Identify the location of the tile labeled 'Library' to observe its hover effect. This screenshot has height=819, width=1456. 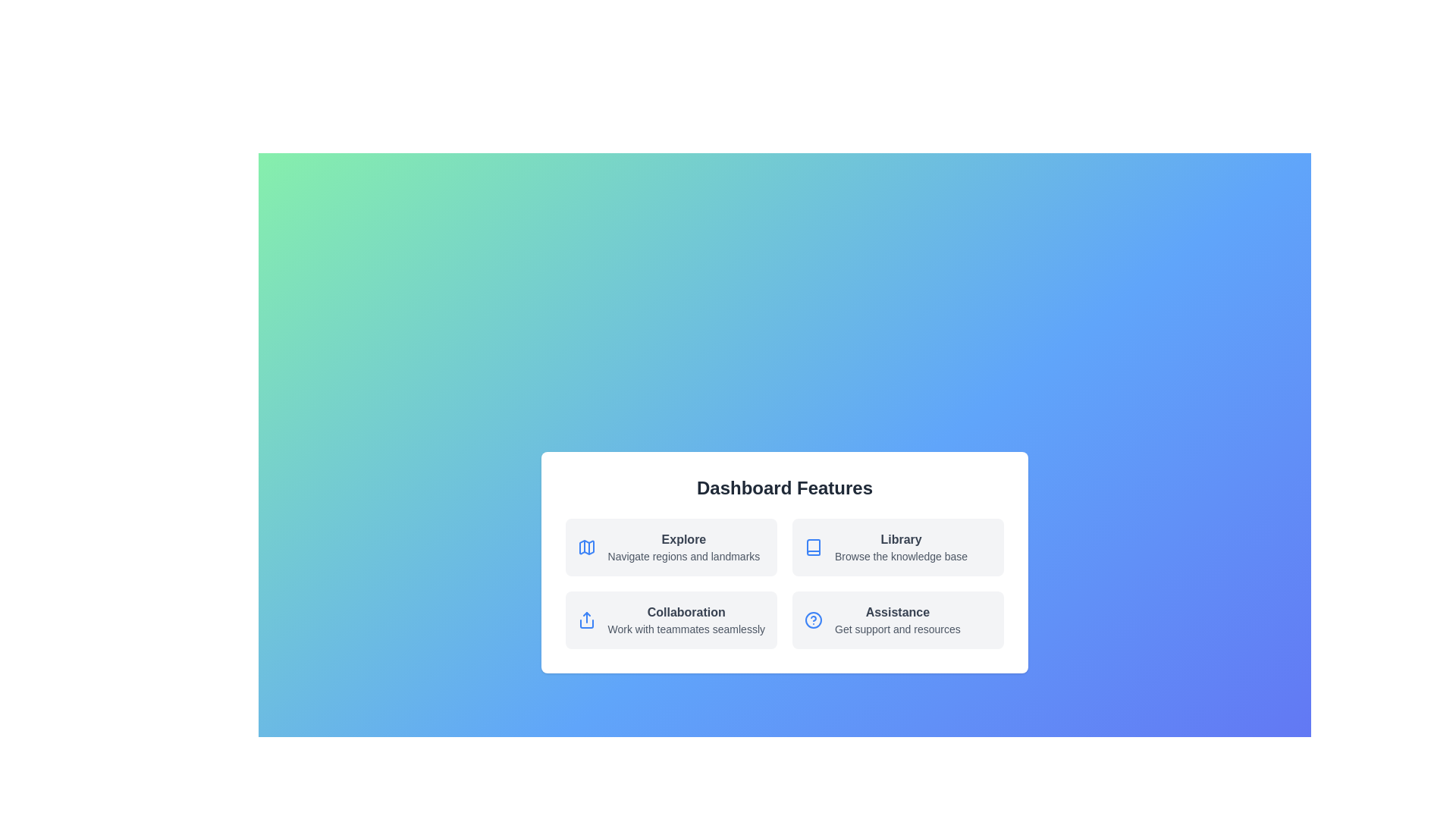
(899, 547).